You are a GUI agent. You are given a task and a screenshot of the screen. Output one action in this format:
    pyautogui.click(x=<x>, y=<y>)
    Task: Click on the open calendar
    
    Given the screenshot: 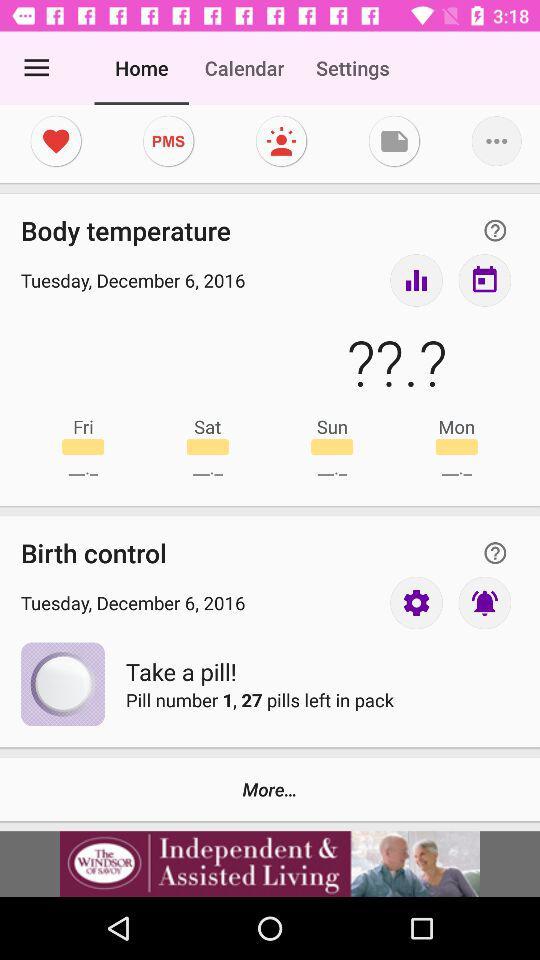 What is the action you would take?
    pyautogui.click(x=483, y=279)
    